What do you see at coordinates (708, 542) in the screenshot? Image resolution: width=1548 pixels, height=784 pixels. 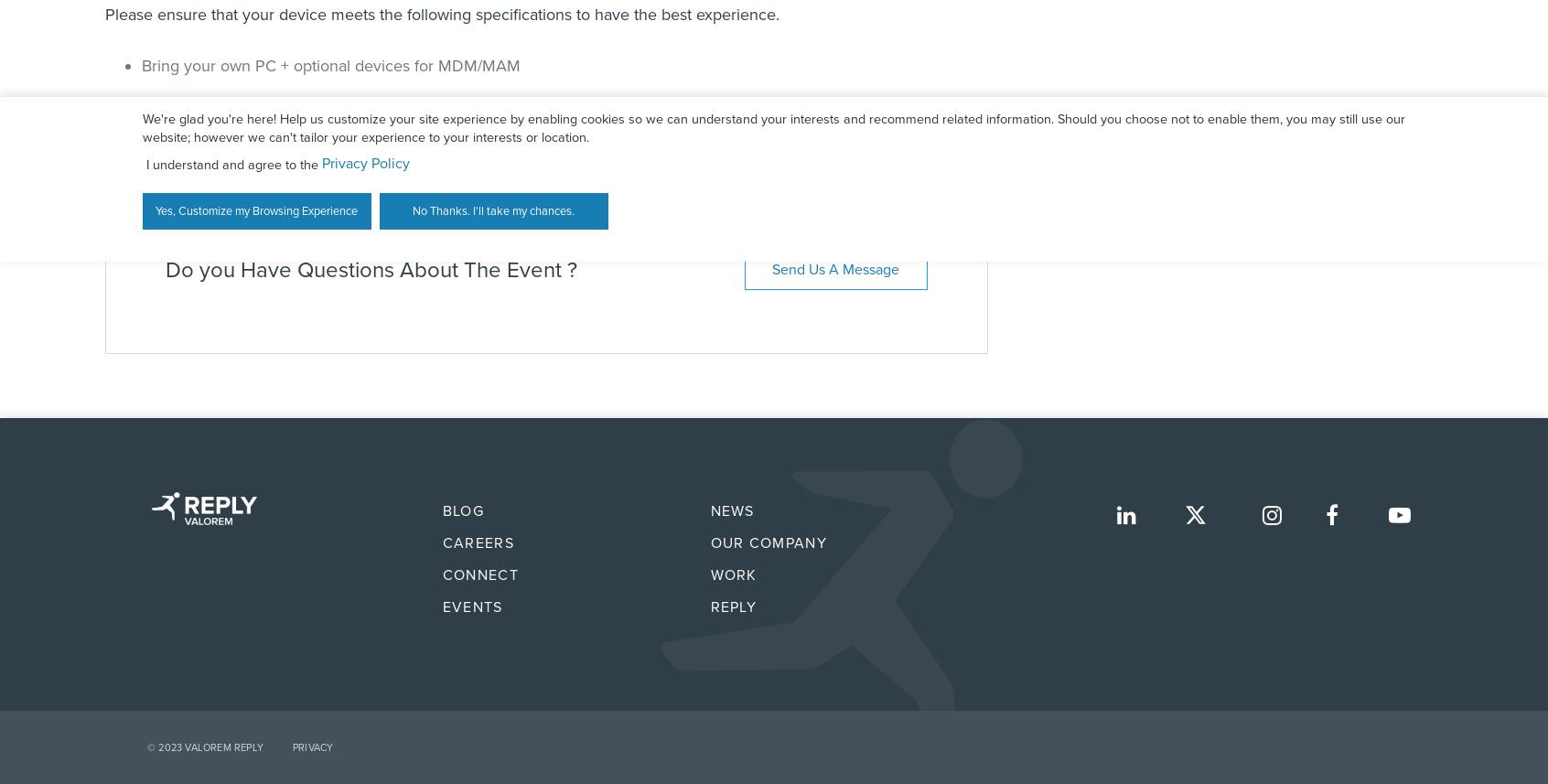 I see `'Our Company'` at bounding box center [708, 542].